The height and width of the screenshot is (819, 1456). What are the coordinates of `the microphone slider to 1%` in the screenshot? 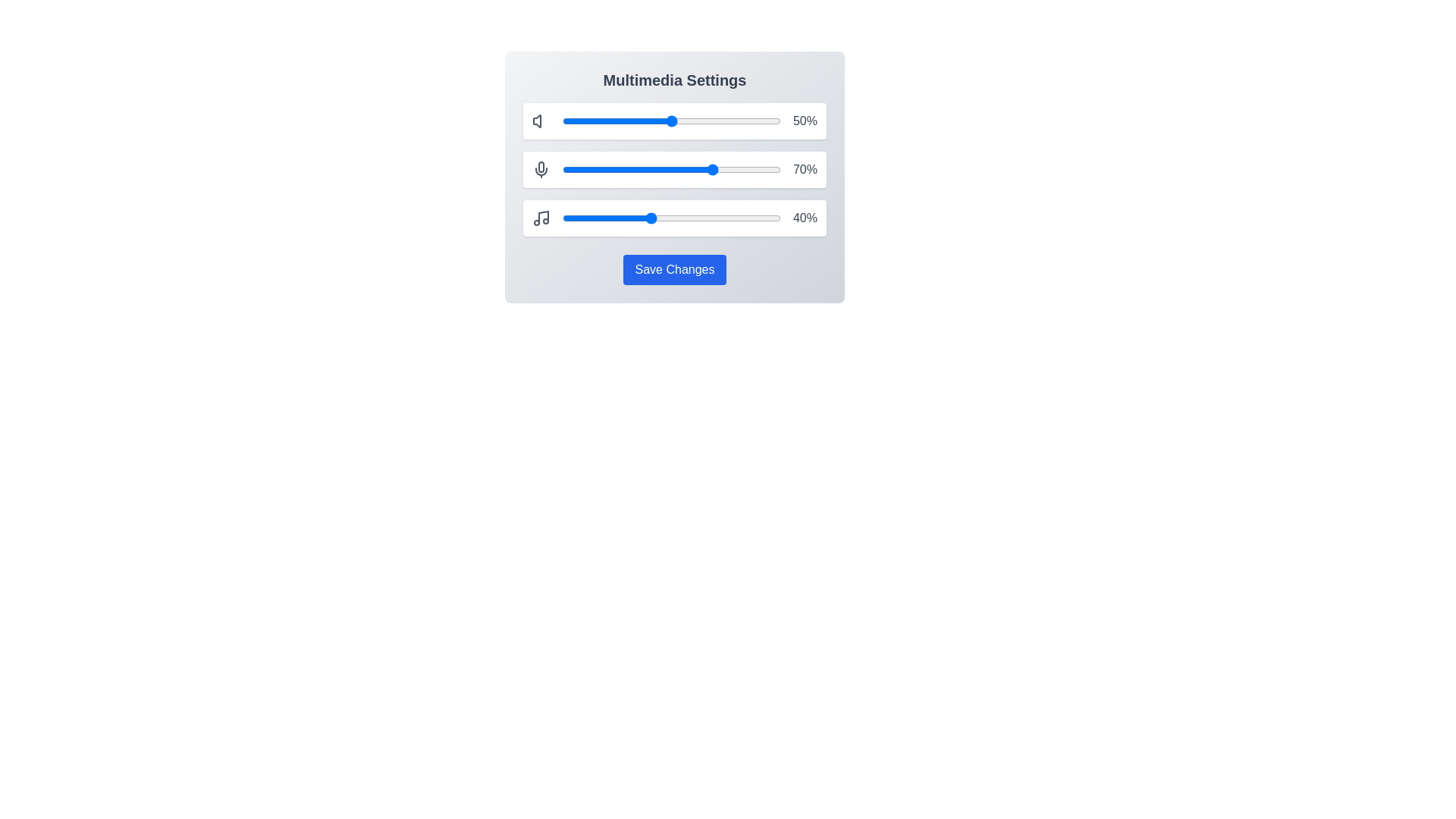 It's located at (563, 169).